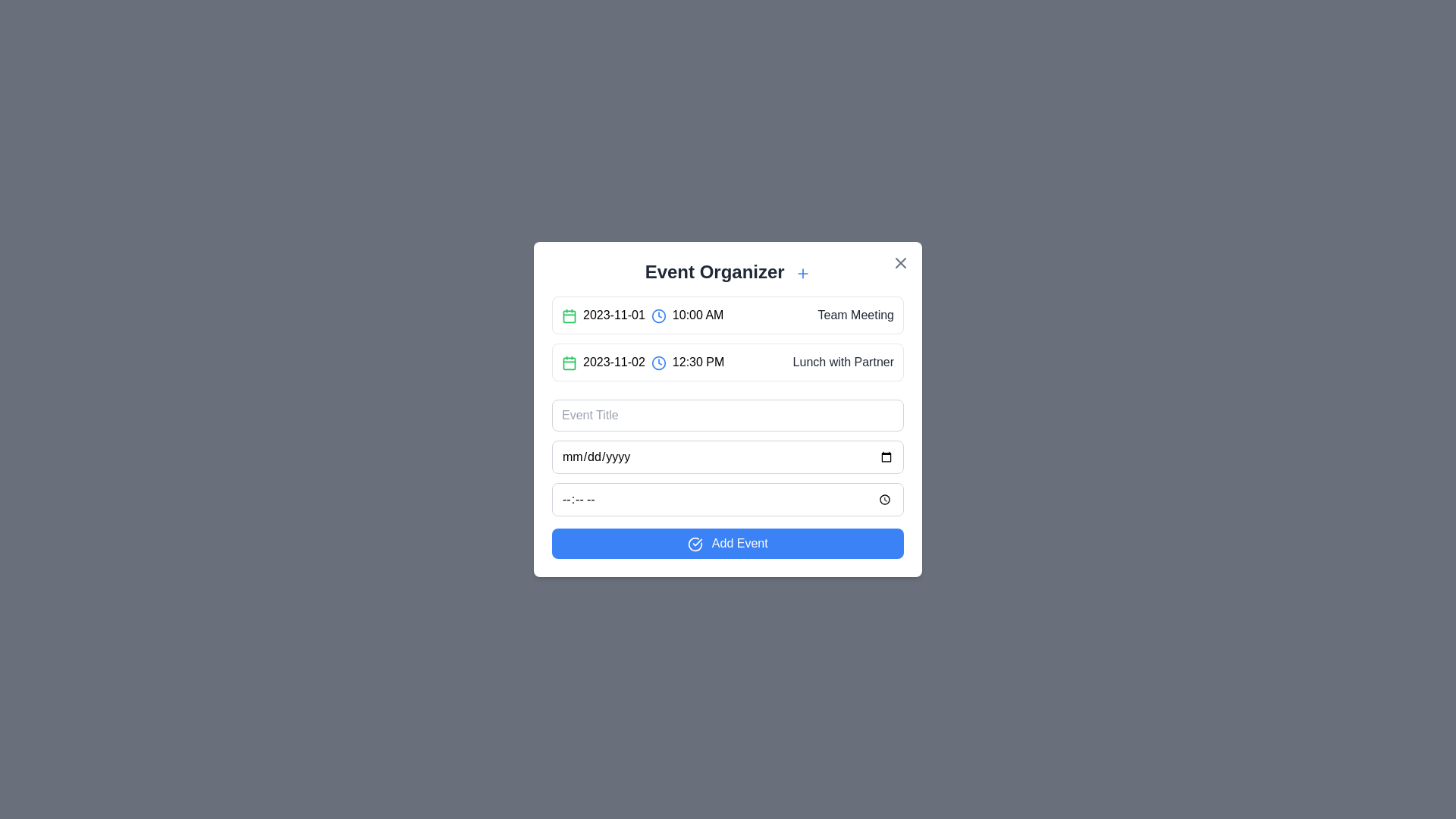  Describe the element at coordinates (658, 362) in the screenshot. I see `the blue circular stroke icon located within the time indicator to the right of the event dated '2023-11-01'` at that location.